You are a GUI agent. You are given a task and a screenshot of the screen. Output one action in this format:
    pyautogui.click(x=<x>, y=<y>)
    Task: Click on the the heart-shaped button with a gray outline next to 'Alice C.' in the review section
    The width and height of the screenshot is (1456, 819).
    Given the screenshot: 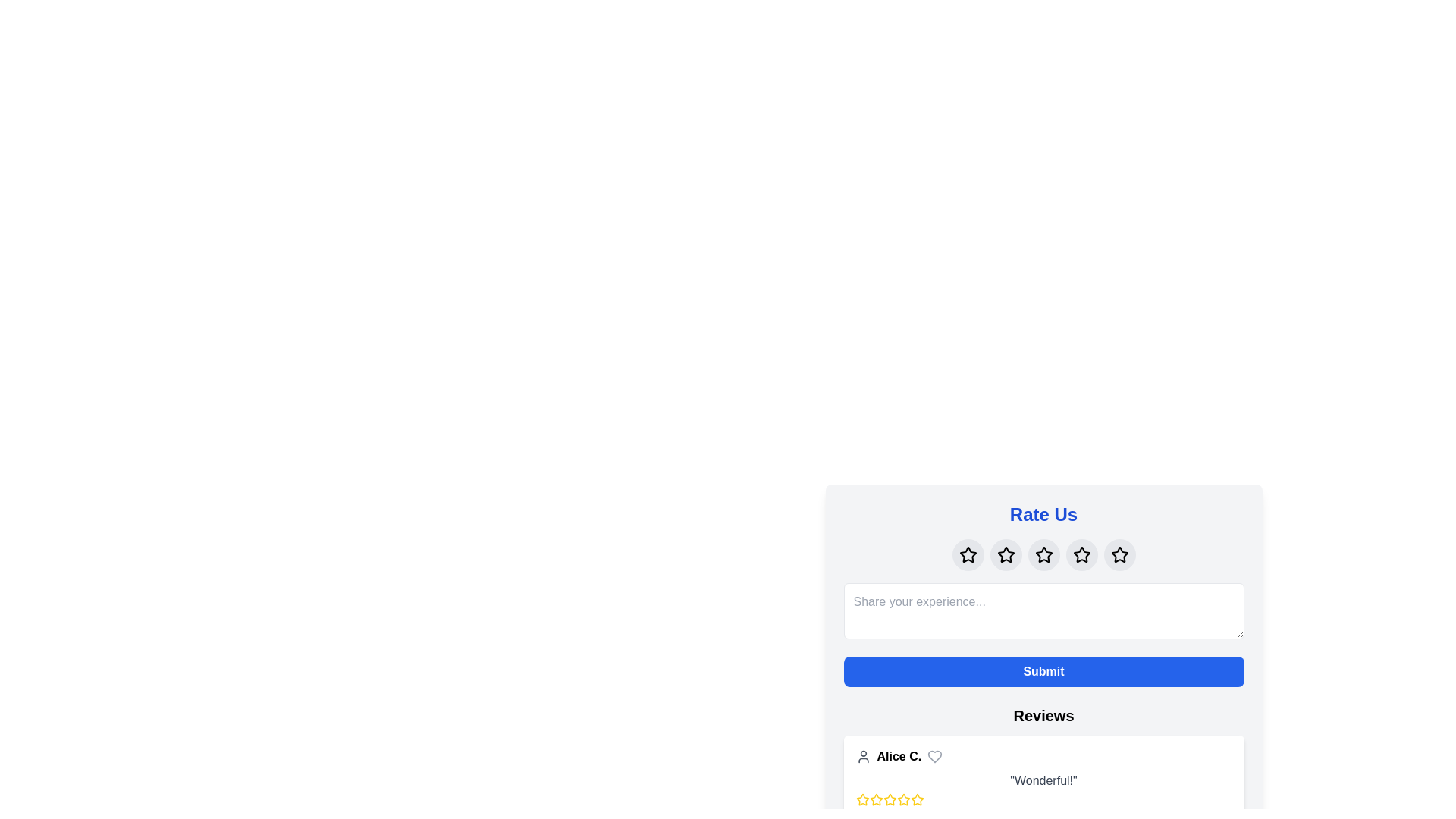 What is the action you would take?
    pyautogui.click(x=934, y=757)
    